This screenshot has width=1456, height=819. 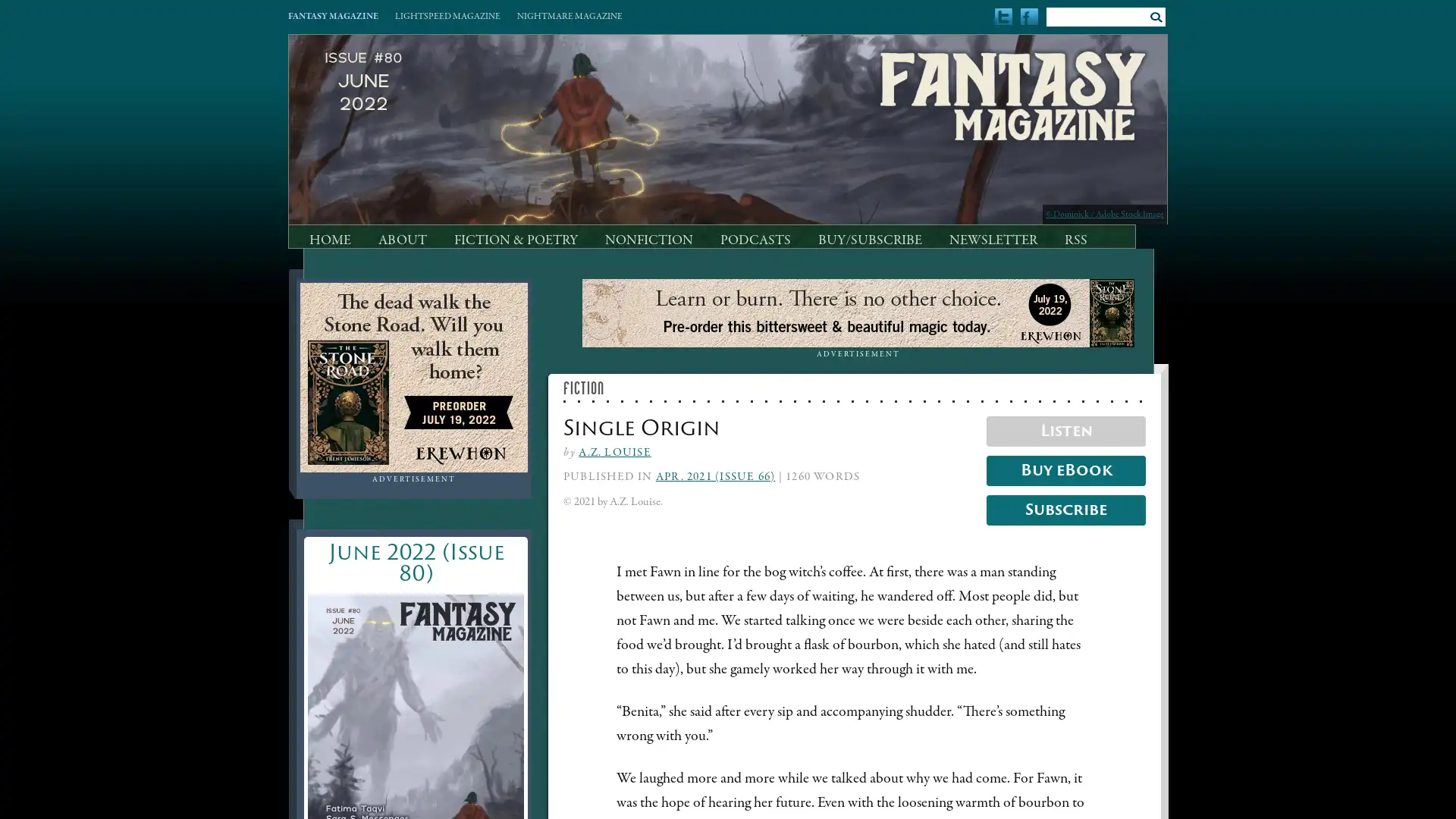 I want to click on Submit, so click(x=1175, y=16).